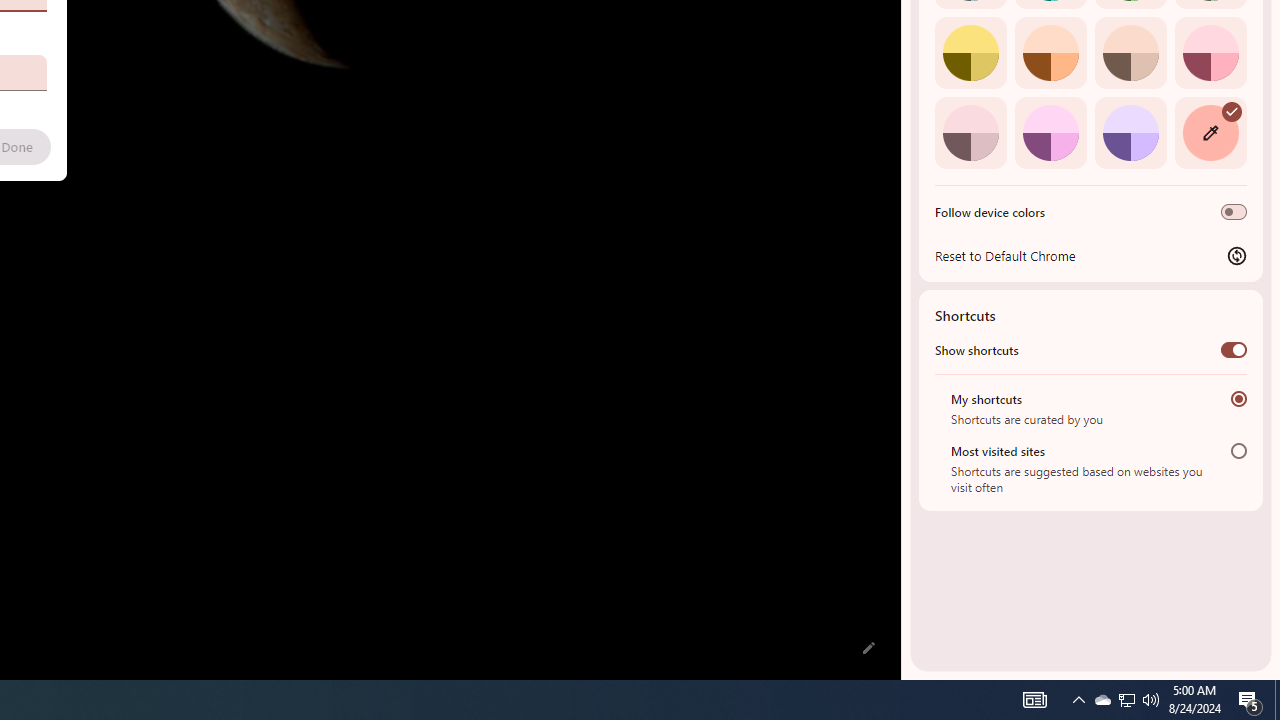  What do you see at coordinates (1232, 348) in the screenshot?
I see `'Show shortcuts'` at bounding box center [1232, 348].